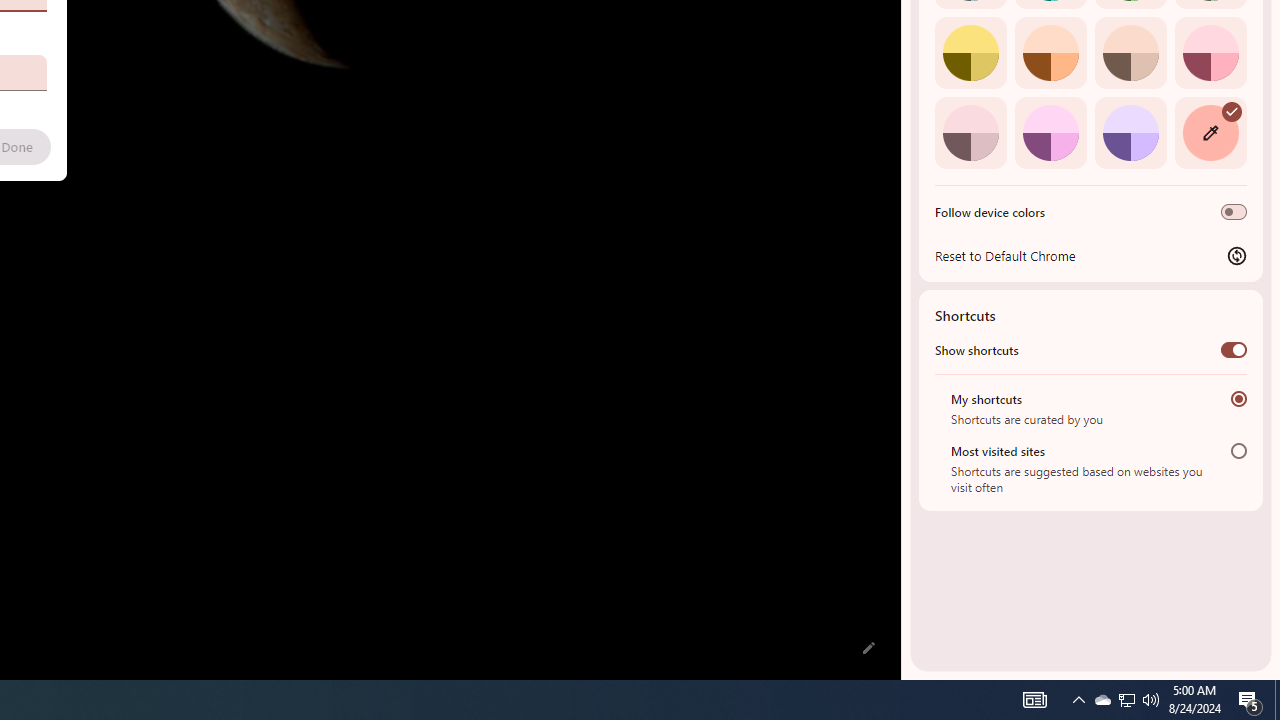  What do you see at coordinates (1232, 348) in the screenshot?
I see `'Show shortcuts'` at bounding box center [1232, 348].